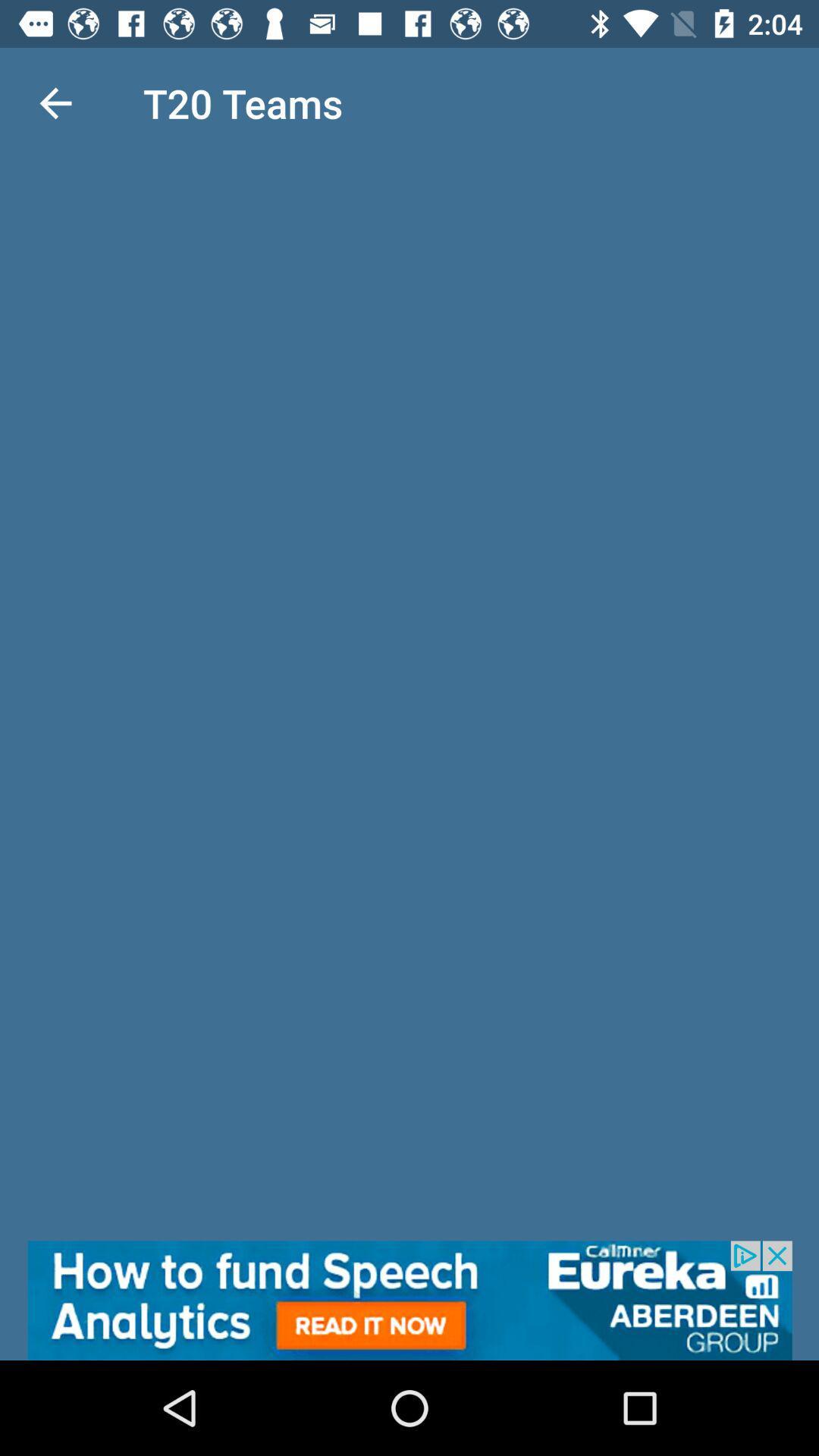  What do you see at coordinates (409, 1300) in the screenshot?
I see `advertisement website` at bounding box center [409, 1300].